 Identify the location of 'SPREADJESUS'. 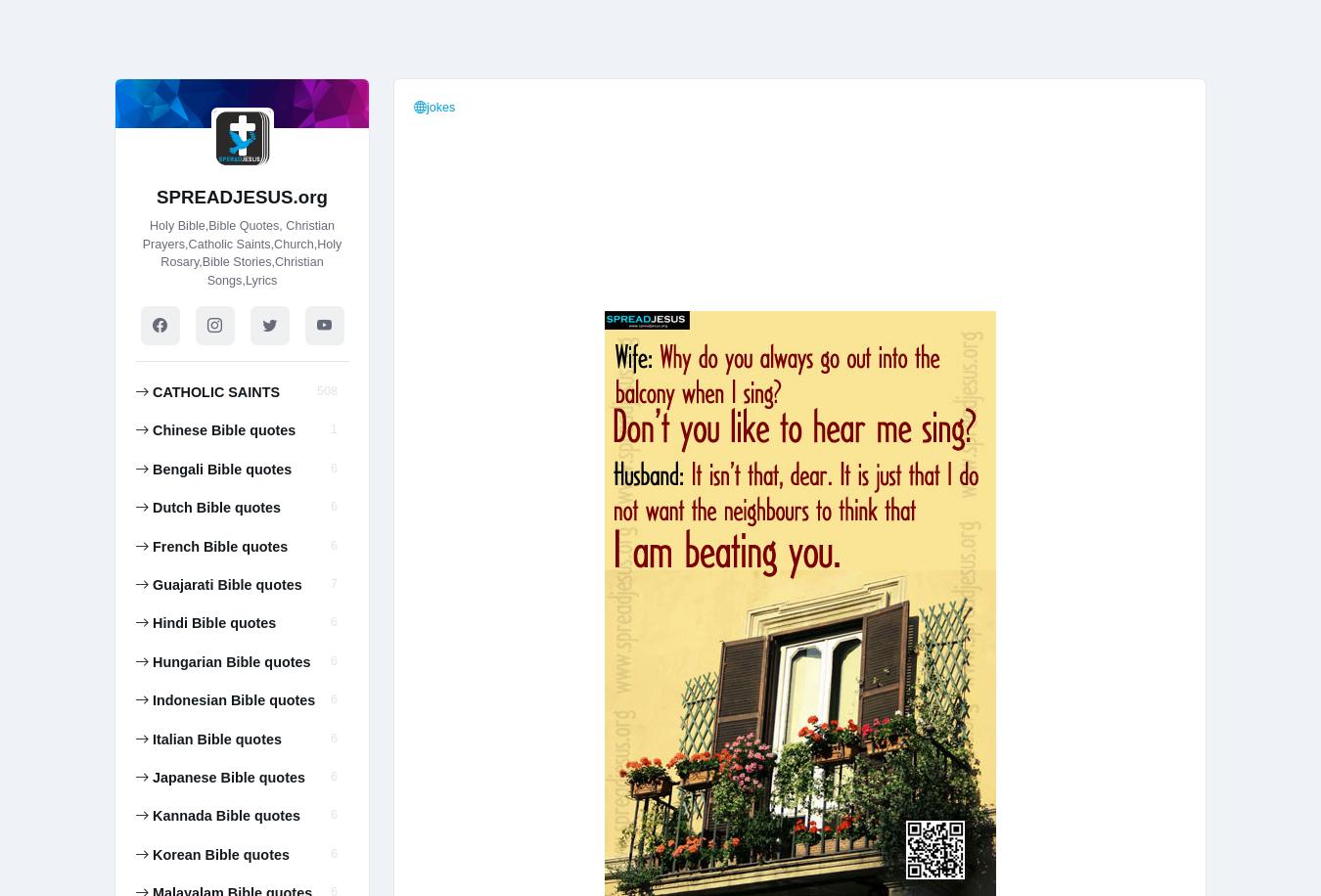
(241, 345).